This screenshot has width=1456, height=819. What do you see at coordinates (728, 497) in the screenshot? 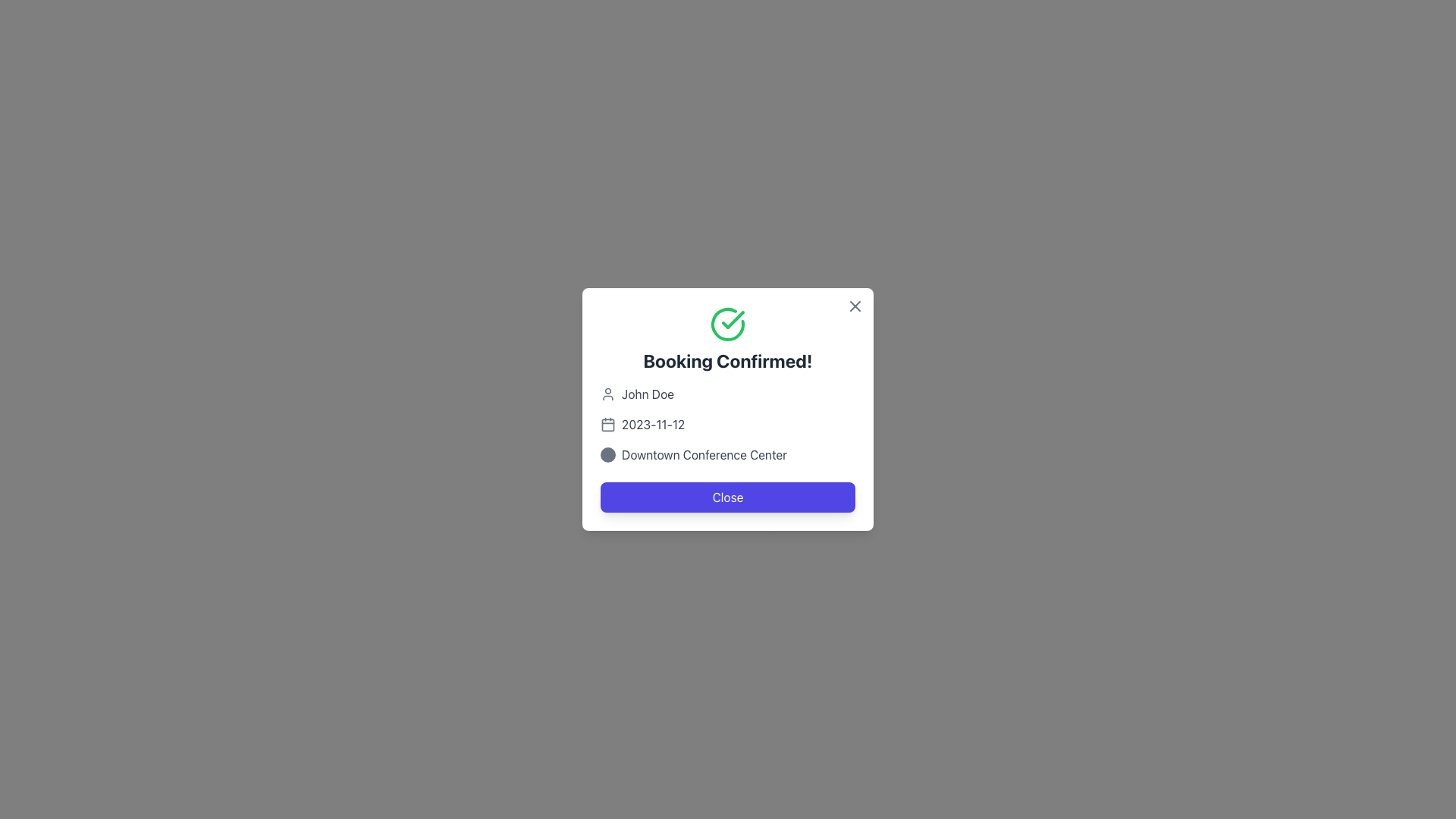
I see `the 'Close' button, which is a rectangular button with rounded corners, featuring white text on a purple background, located at the bottom of a pop-up window` at bounding box center [728, 497].